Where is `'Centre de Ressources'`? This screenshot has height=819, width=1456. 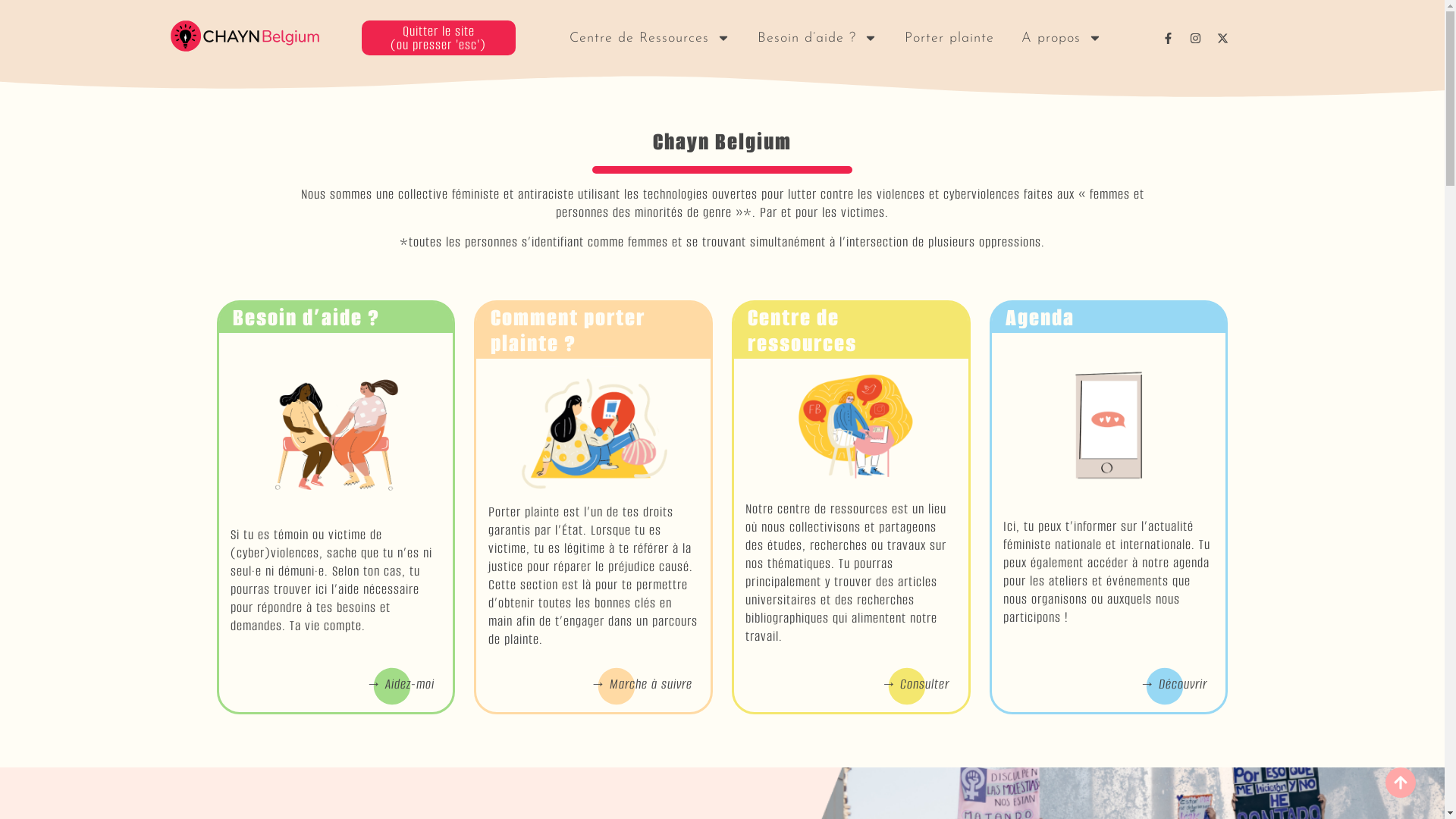 'Centre de Ressources' is located at coordinates (650, 37).